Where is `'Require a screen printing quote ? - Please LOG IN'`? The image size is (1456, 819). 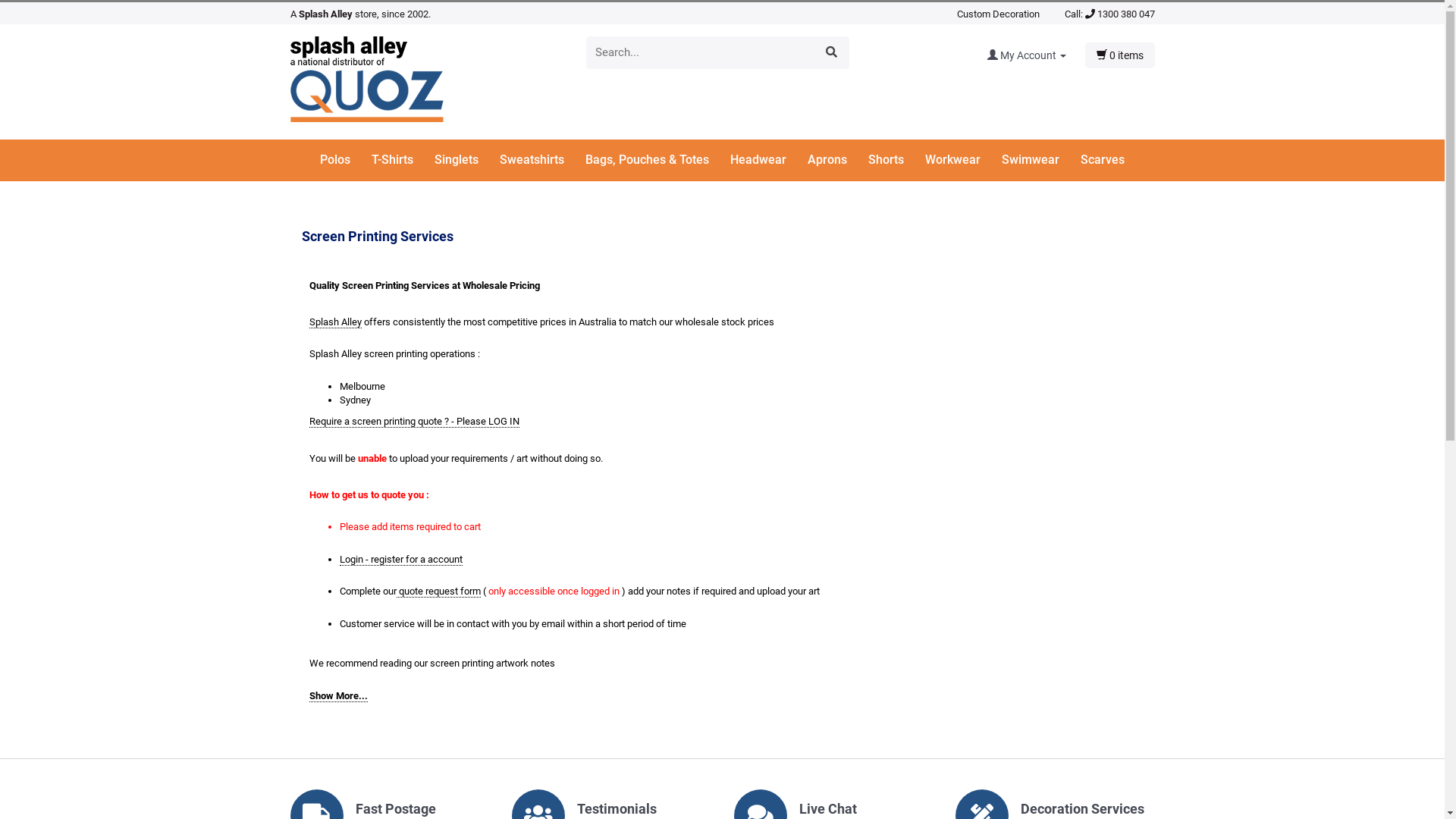
'Require a screen printing quote ? - Please LOG IN' is located at coordinates (309, 421).